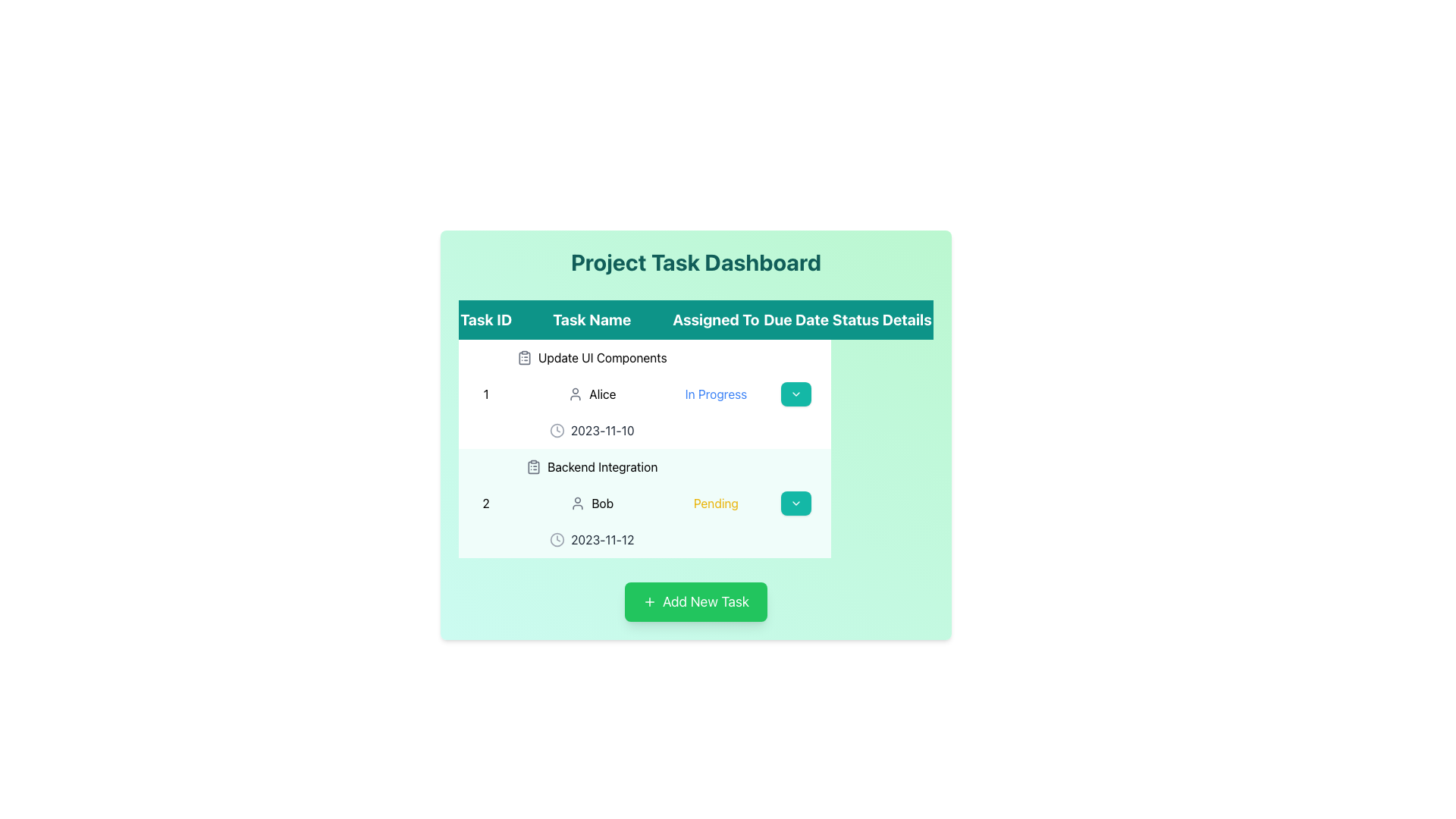 This screenshot has width=1456, height=819. I want to click on the dropdown toggle button in the last column of the second row, which corresponds to Task ID '2' and Task Name 'Backend Integration', so click(795, 503).